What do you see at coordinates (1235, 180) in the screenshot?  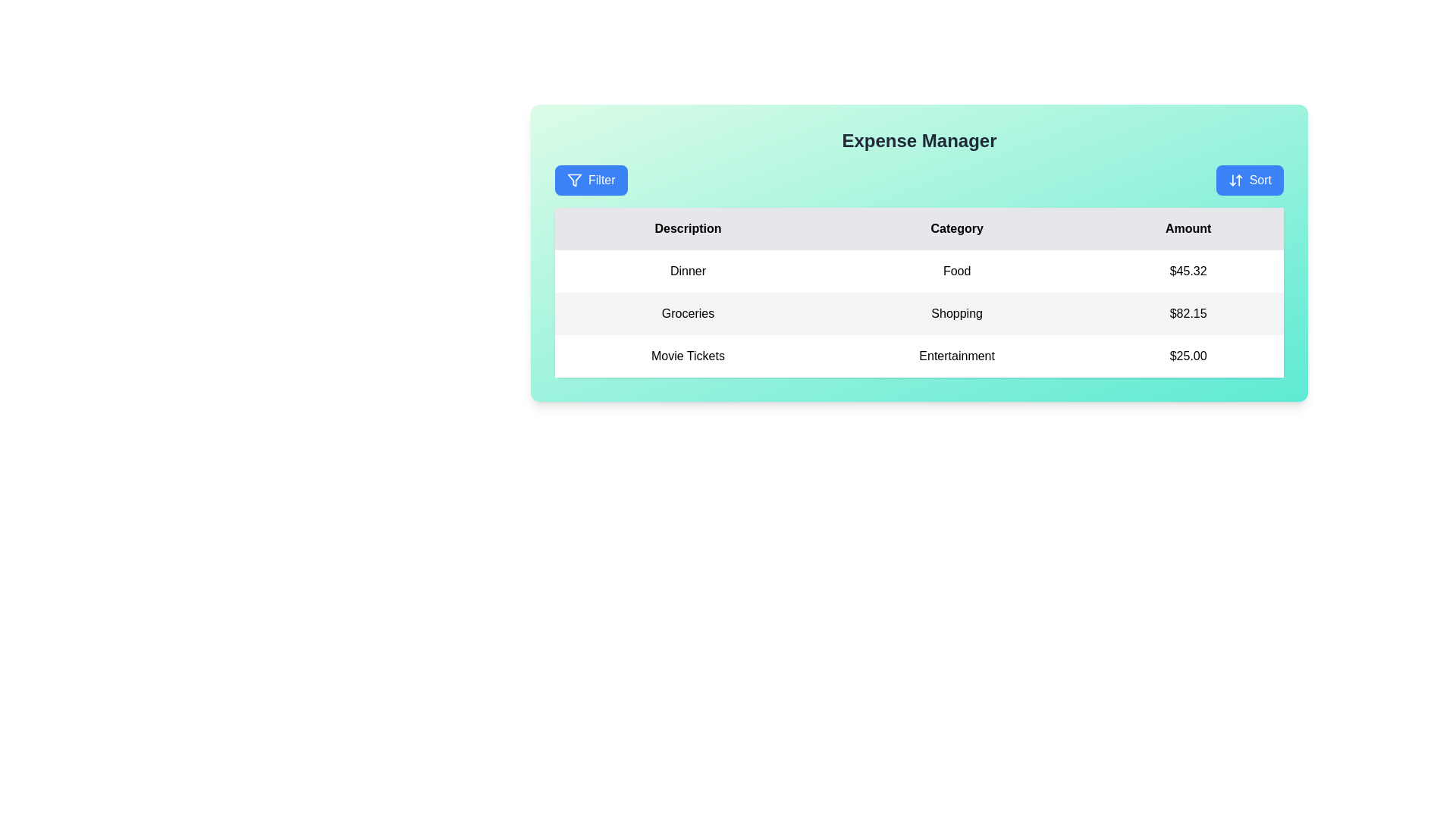 I see `the sort icon located within the 'Sort' button on the top-right corner of the 'Expense Manager' panel` at bounding box center [1235, 180].